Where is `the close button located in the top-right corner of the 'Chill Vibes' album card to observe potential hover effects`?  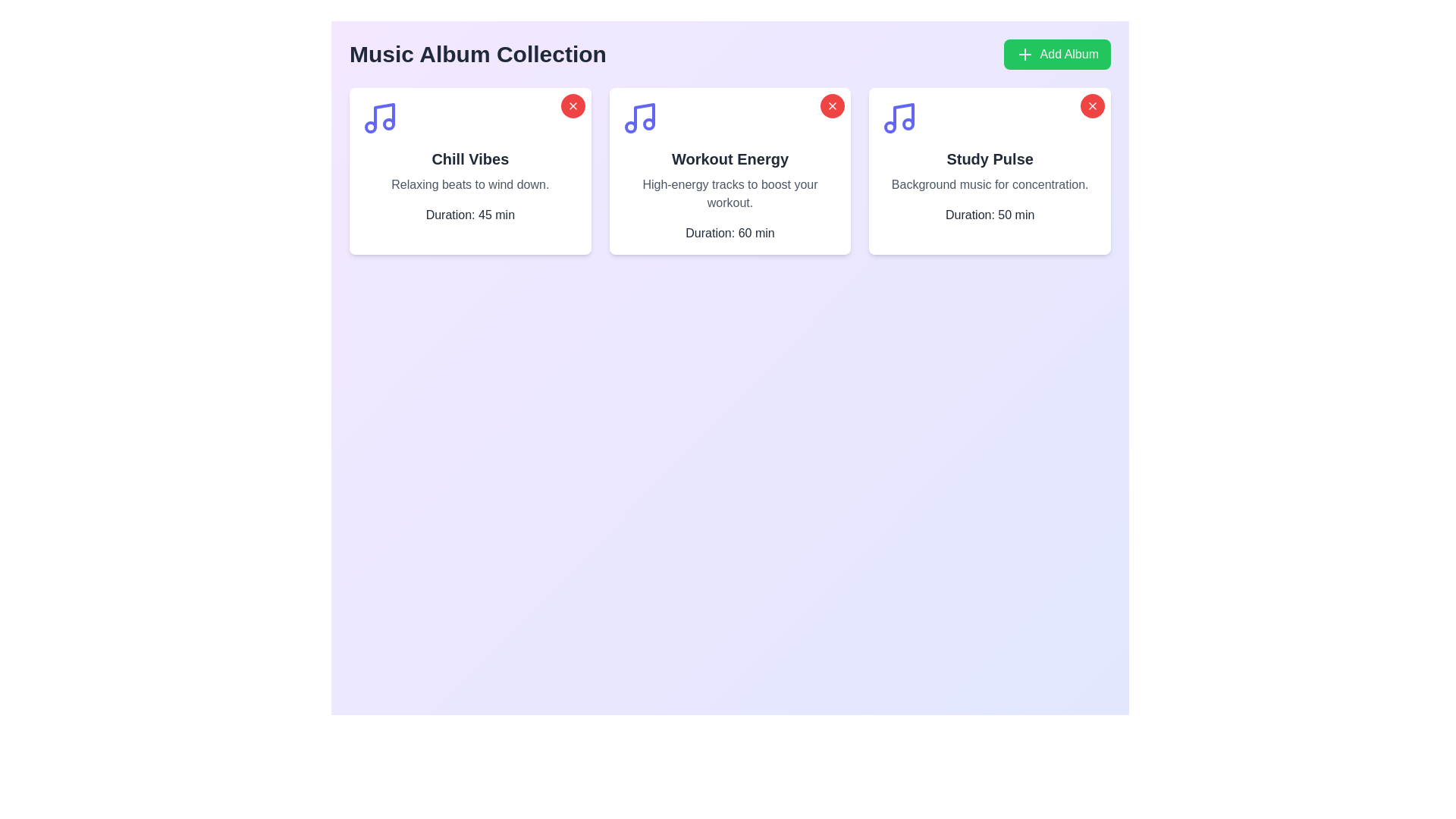 the close button located in the top-right corner of the 'Chill Vibes' album card to observe potential hover effects is located at coordinates (572, 105).